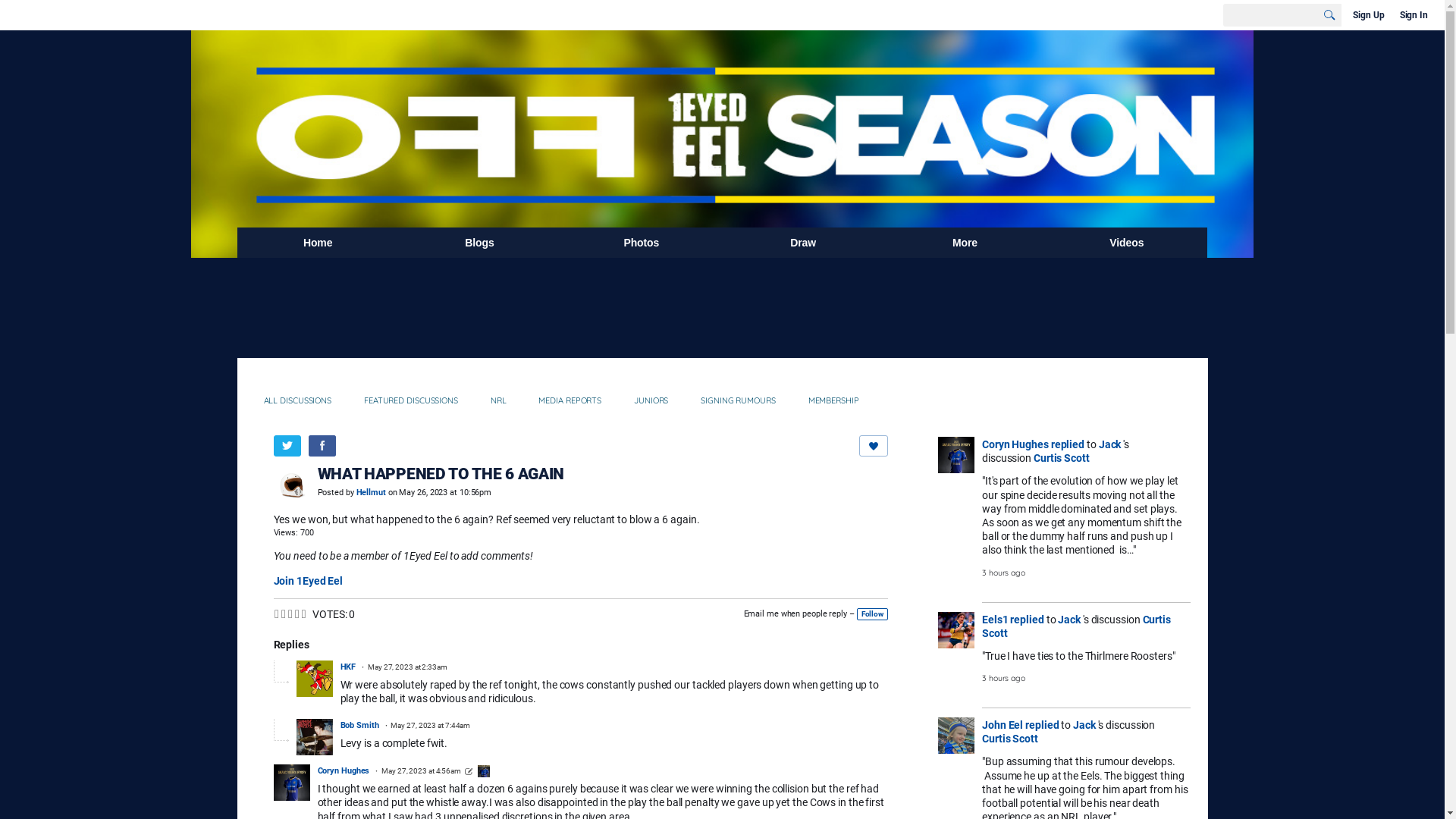 The image size is (1456, 819). Describe the element at coordinates (802, 242) in the screenshot. I see `'Draw'` at that location.